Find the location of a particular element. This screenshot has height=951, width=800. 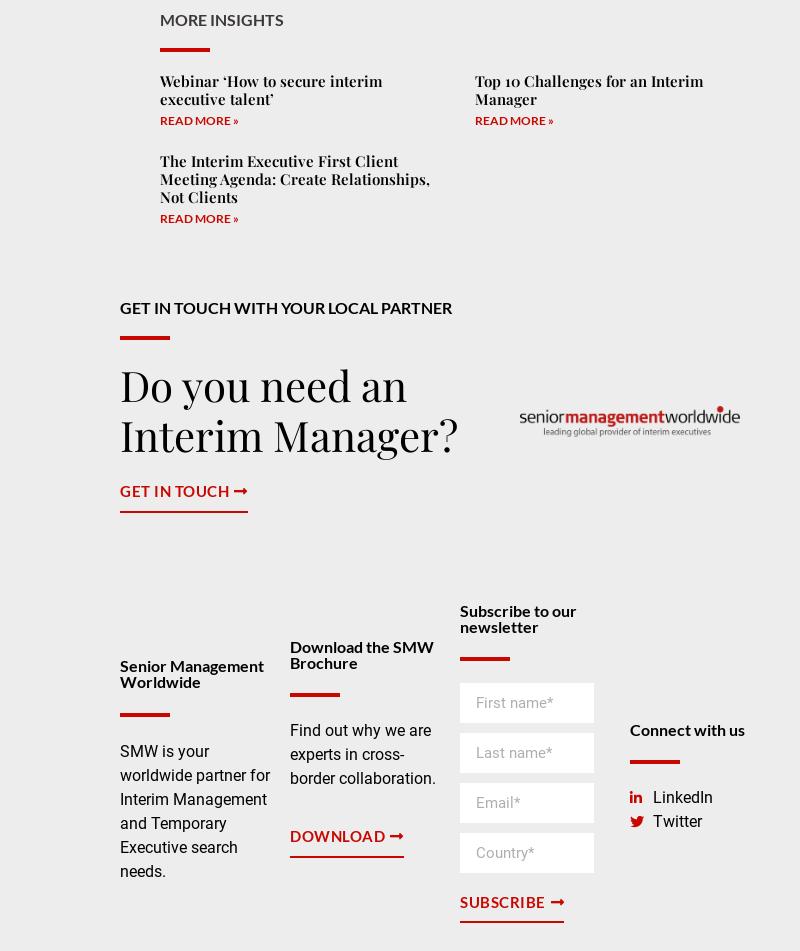

'Download' is located at coordinates (337, 835).